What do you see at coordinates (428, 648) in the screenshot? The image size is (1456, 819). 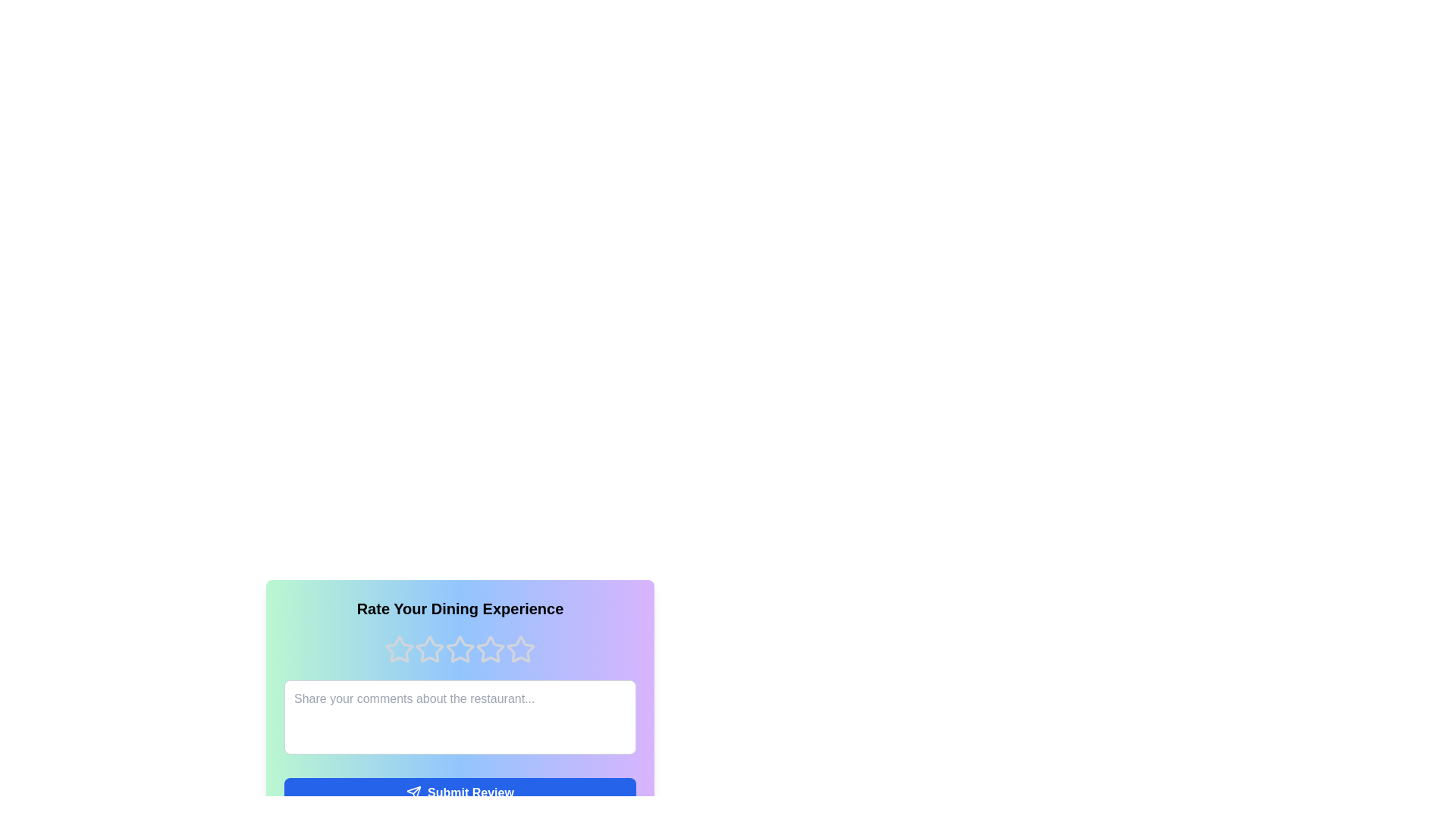 I see `the second star icon in the star-based rating system located beneath 'Rate Your Dining Experience'` at bounding box center [428, 648].